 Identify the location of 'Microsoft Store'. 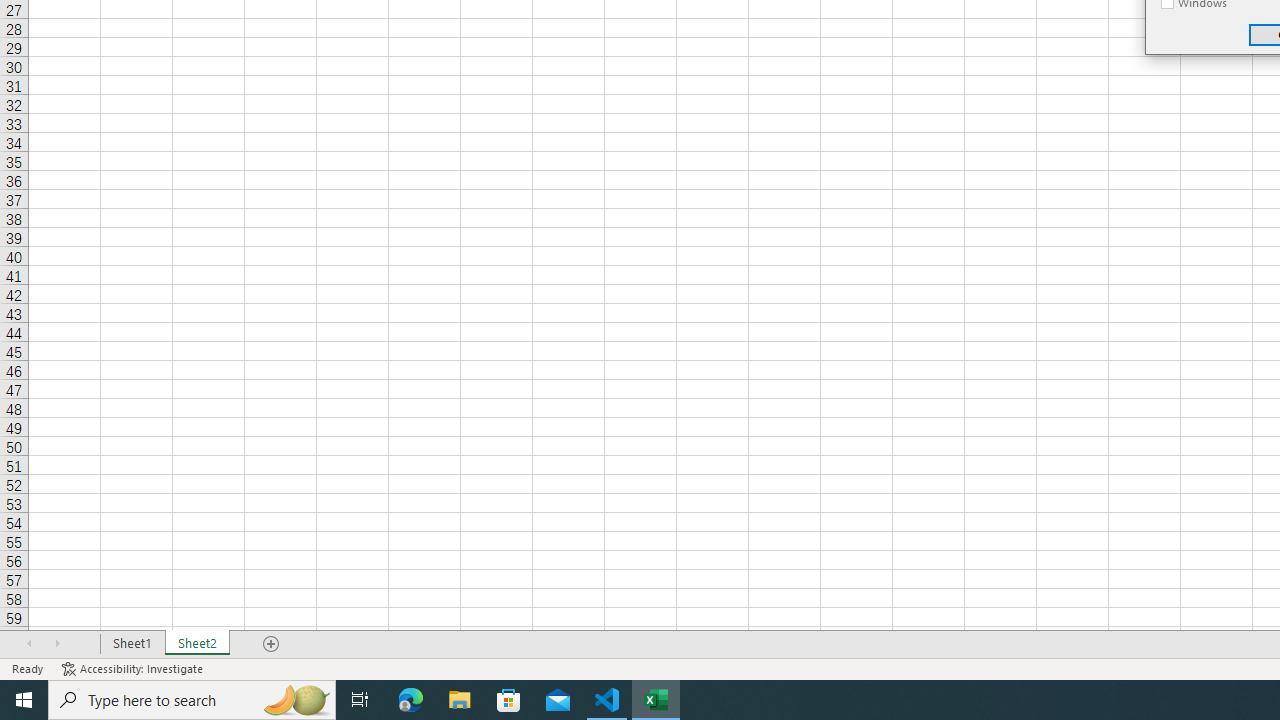
(509, 698).